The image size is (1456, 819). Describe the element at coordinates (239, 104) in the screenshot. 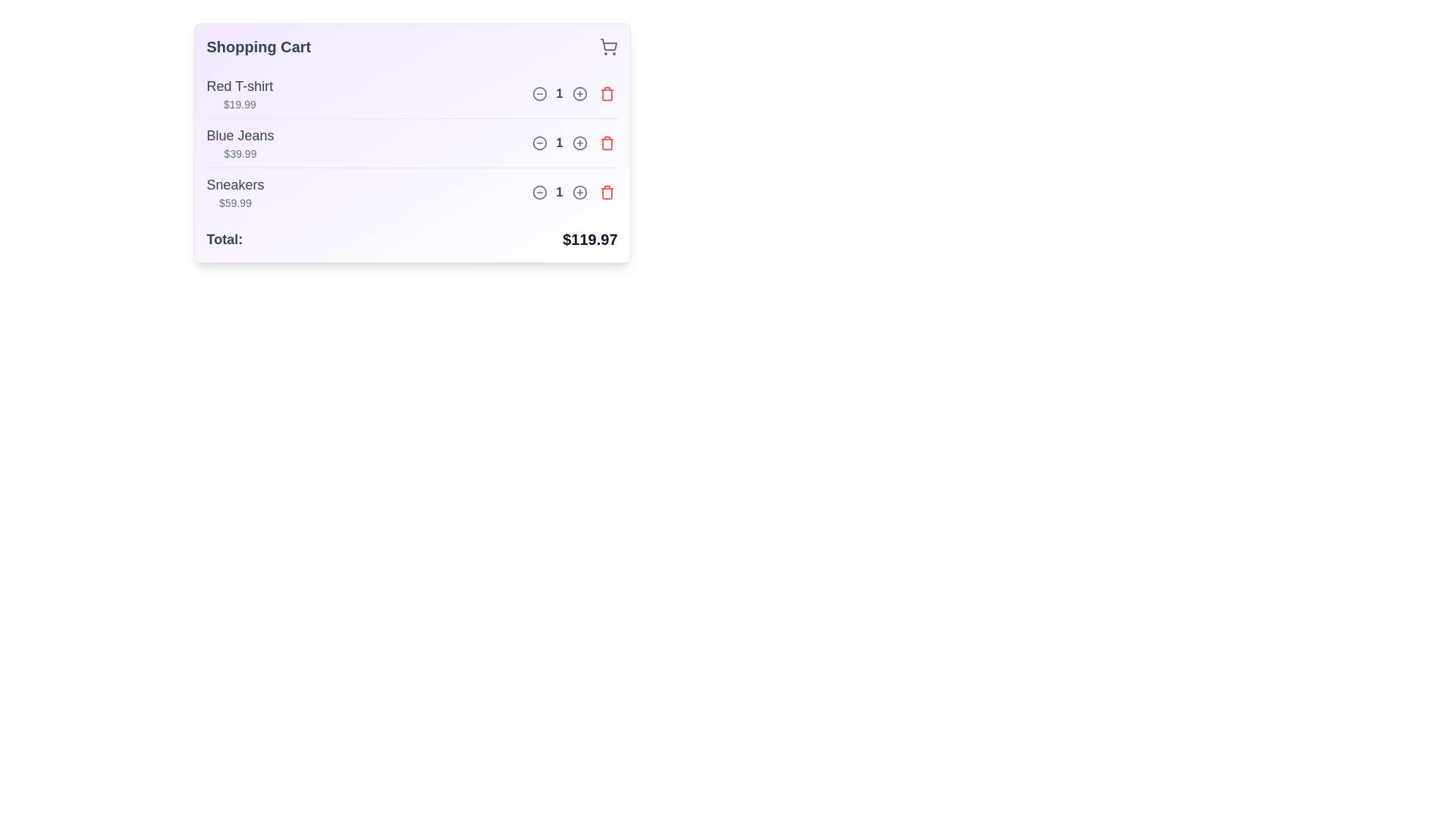

I see `text displaying the price '$19.99' located beneath the 'Red T-shirt' in the shopping cart interface` at that location.